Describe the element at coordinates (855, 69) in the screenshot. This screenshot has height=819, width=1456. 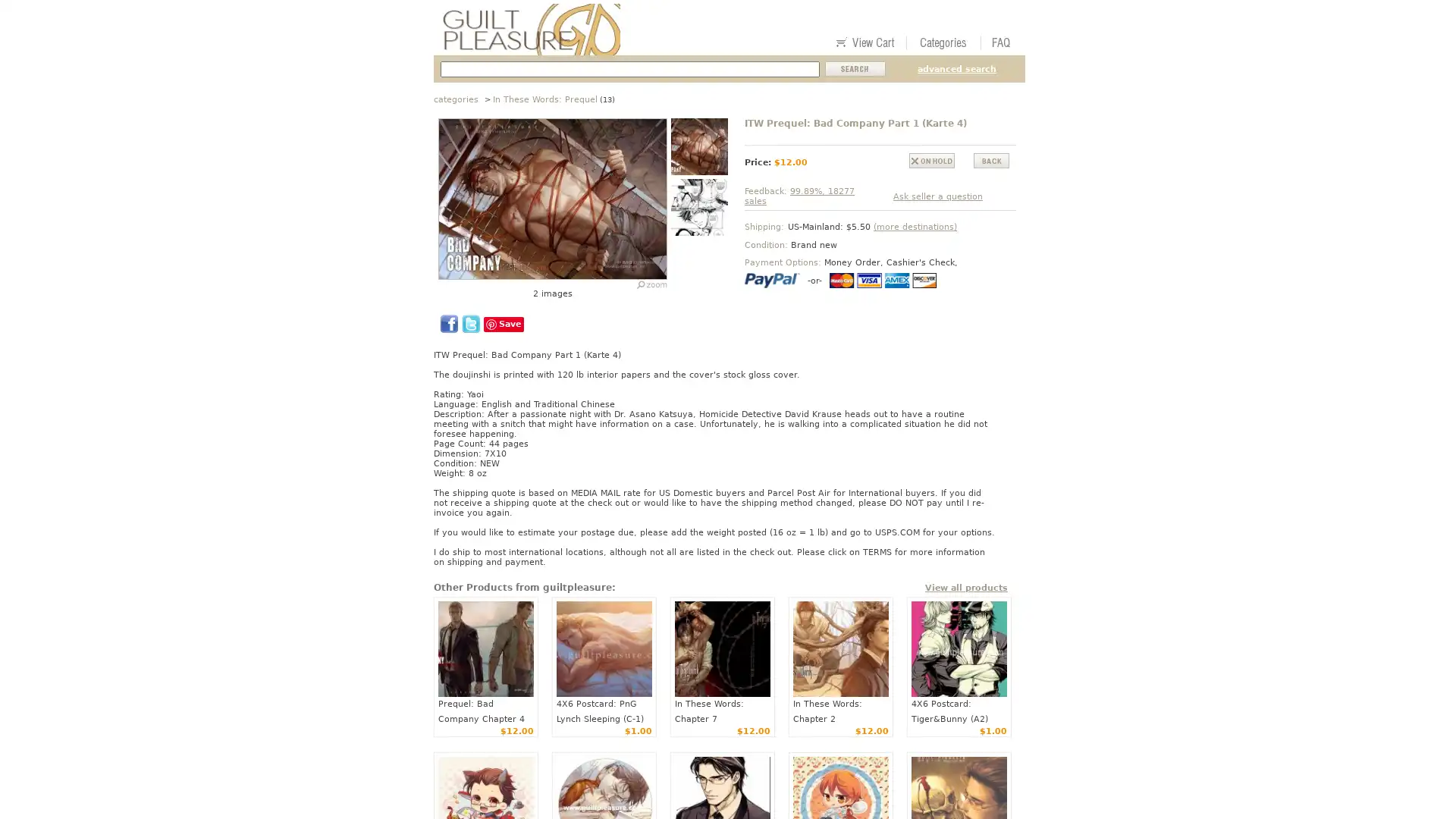
I see `Submit` at that location.